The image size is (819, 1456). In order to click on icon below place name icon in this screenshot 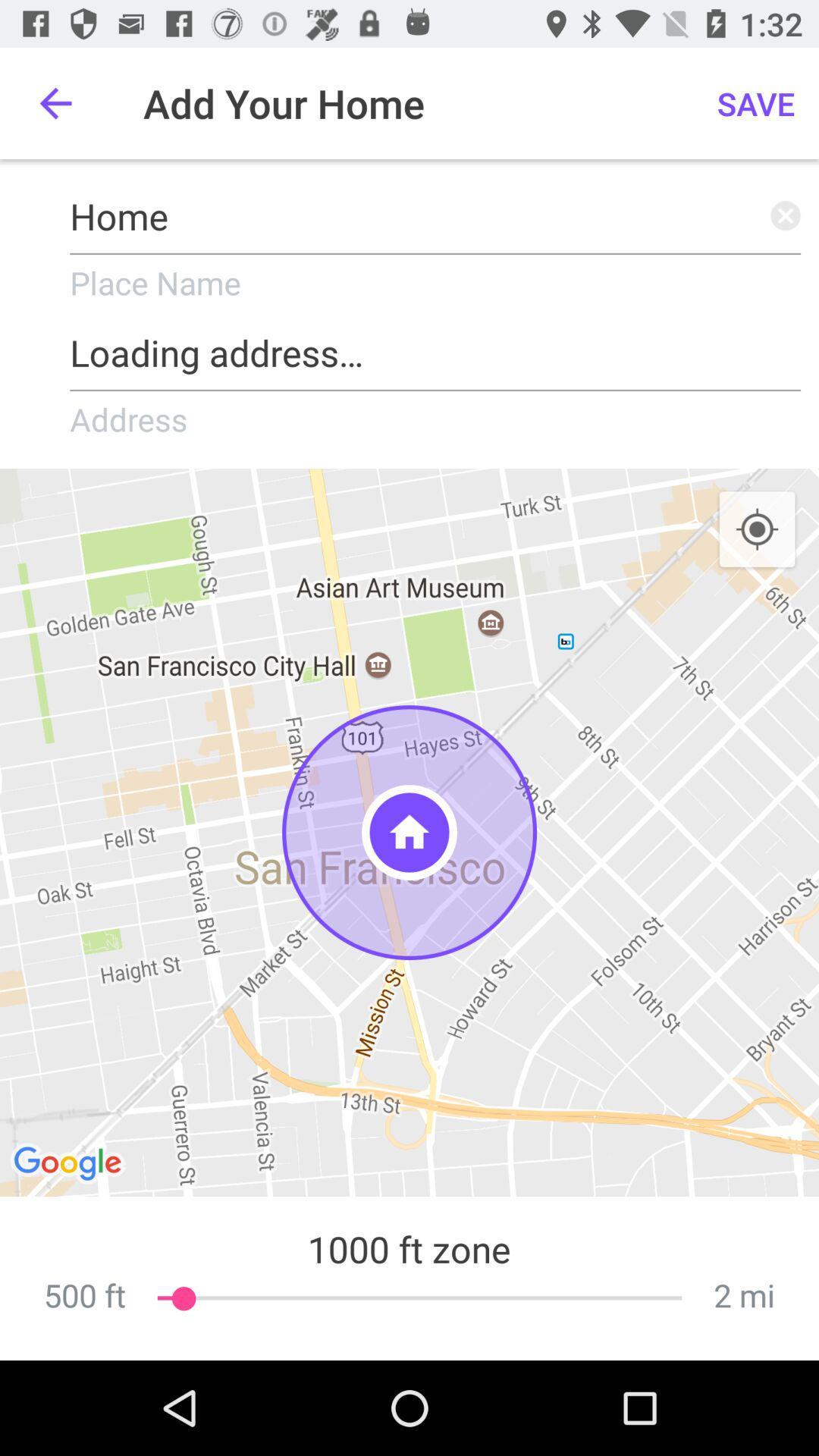, I will do `click(435, 347)`.